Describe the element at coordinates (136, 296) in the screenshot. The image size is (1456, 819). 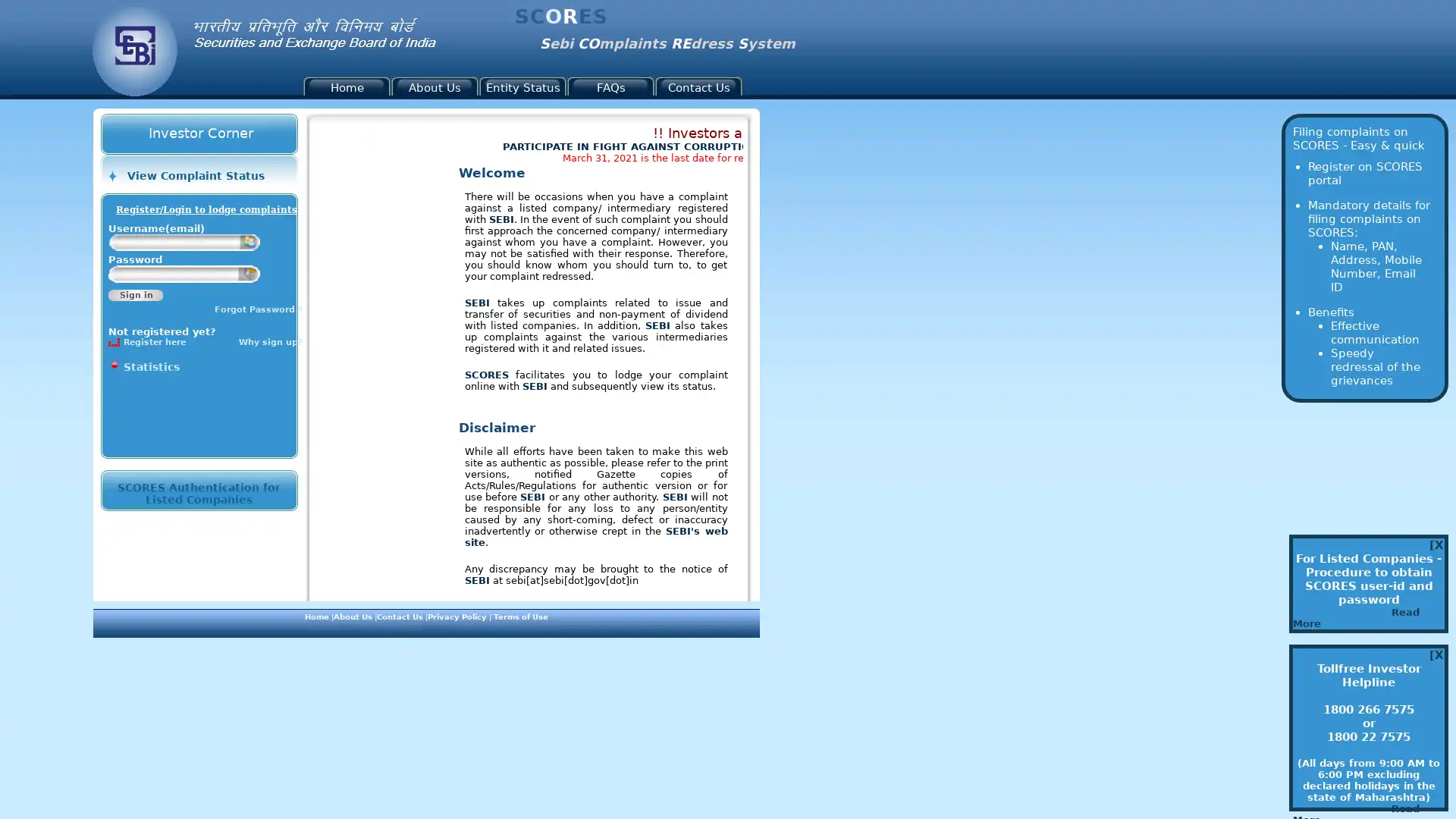
I see `Sign in` at that location.